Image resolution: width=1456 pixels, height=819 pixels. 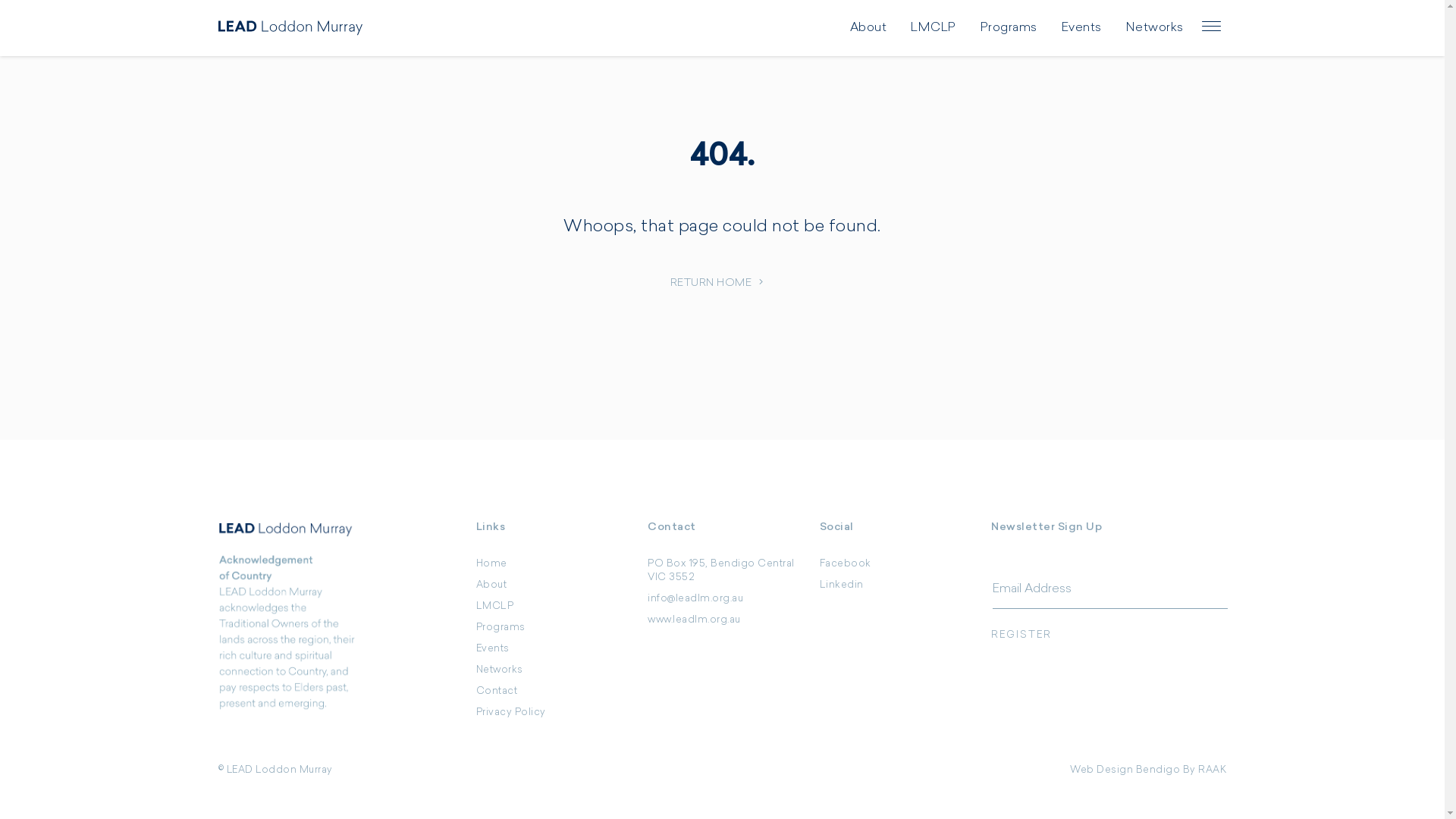 What do you see at coordinates (818, 584) in the screenshot?
I see `'Linkedin'` at bounding box center [818, 584].